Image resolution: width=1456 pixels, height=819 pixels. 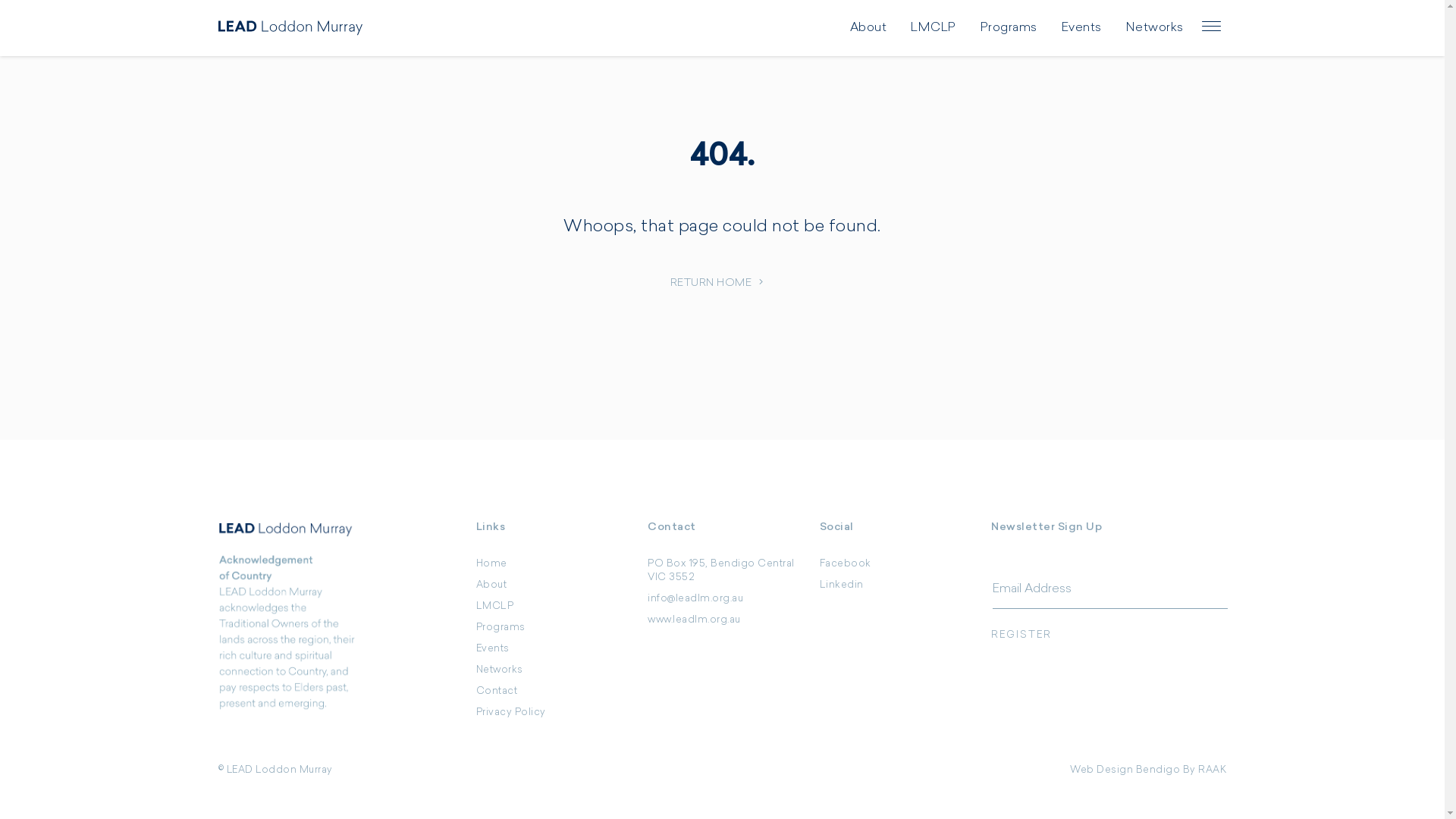 What do you see at coordinates (818, 584) in the screenshot?
I see `'Linkedin'` at bounding box center [818, 584].